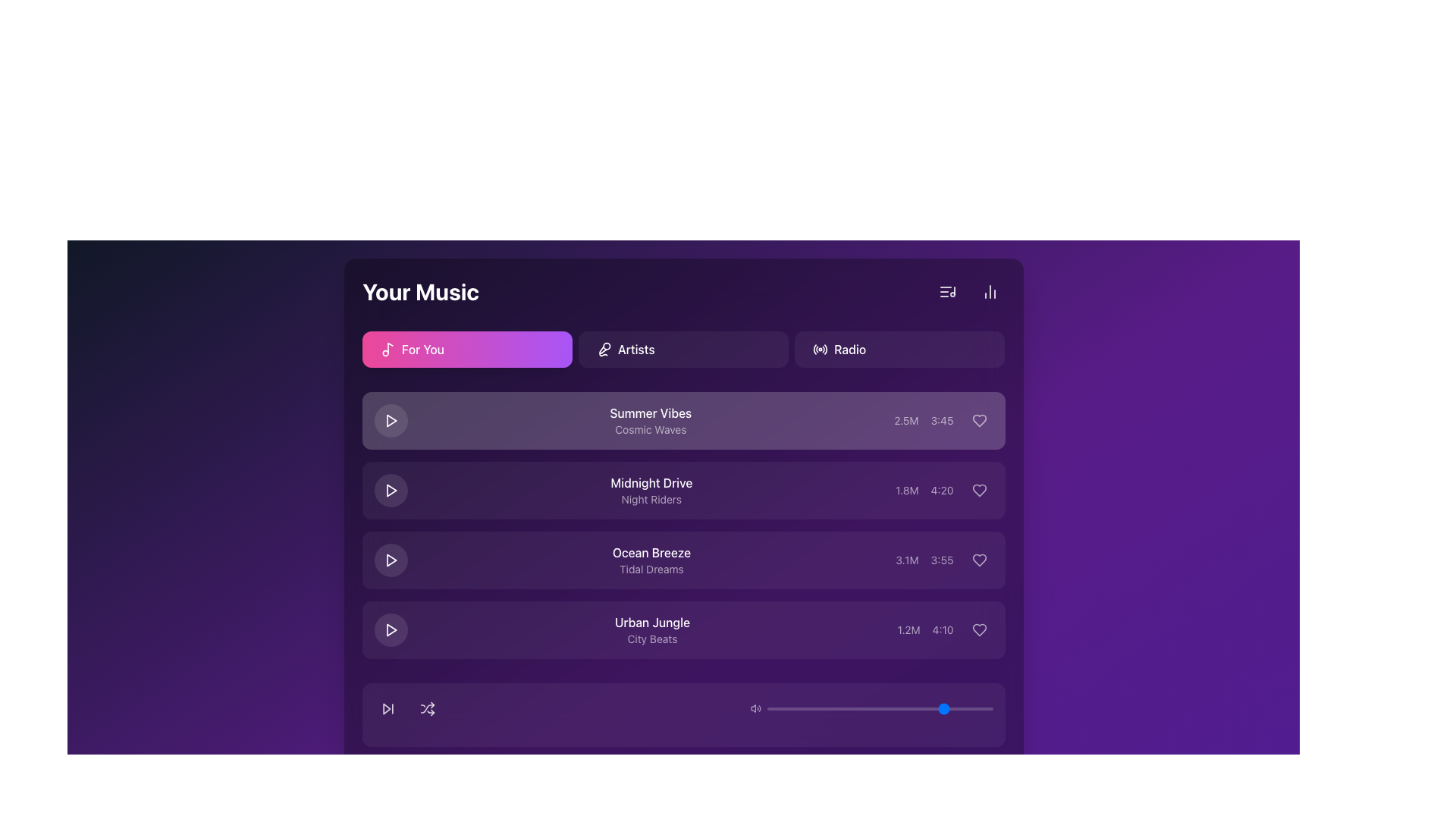  I want to click on the Textual Information Display that shows the number of plays '1.8M' and track duration '4:20', located to the right of the track title 'Midnight Drive' and artist name 'Night Riders', so click(943, 491).